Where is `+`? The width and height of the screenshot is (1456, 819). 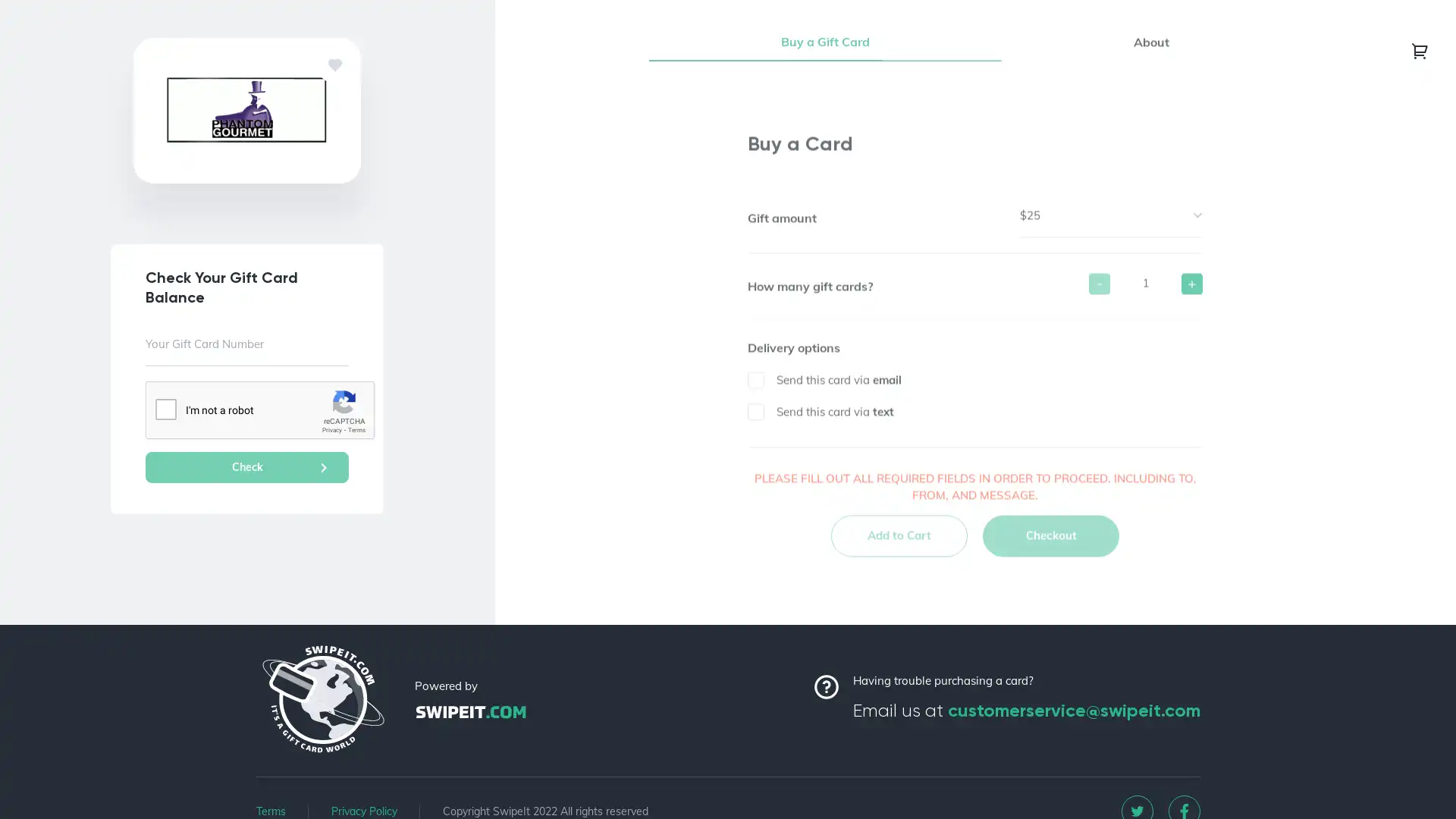 + is located at coordinates (1191, 291).